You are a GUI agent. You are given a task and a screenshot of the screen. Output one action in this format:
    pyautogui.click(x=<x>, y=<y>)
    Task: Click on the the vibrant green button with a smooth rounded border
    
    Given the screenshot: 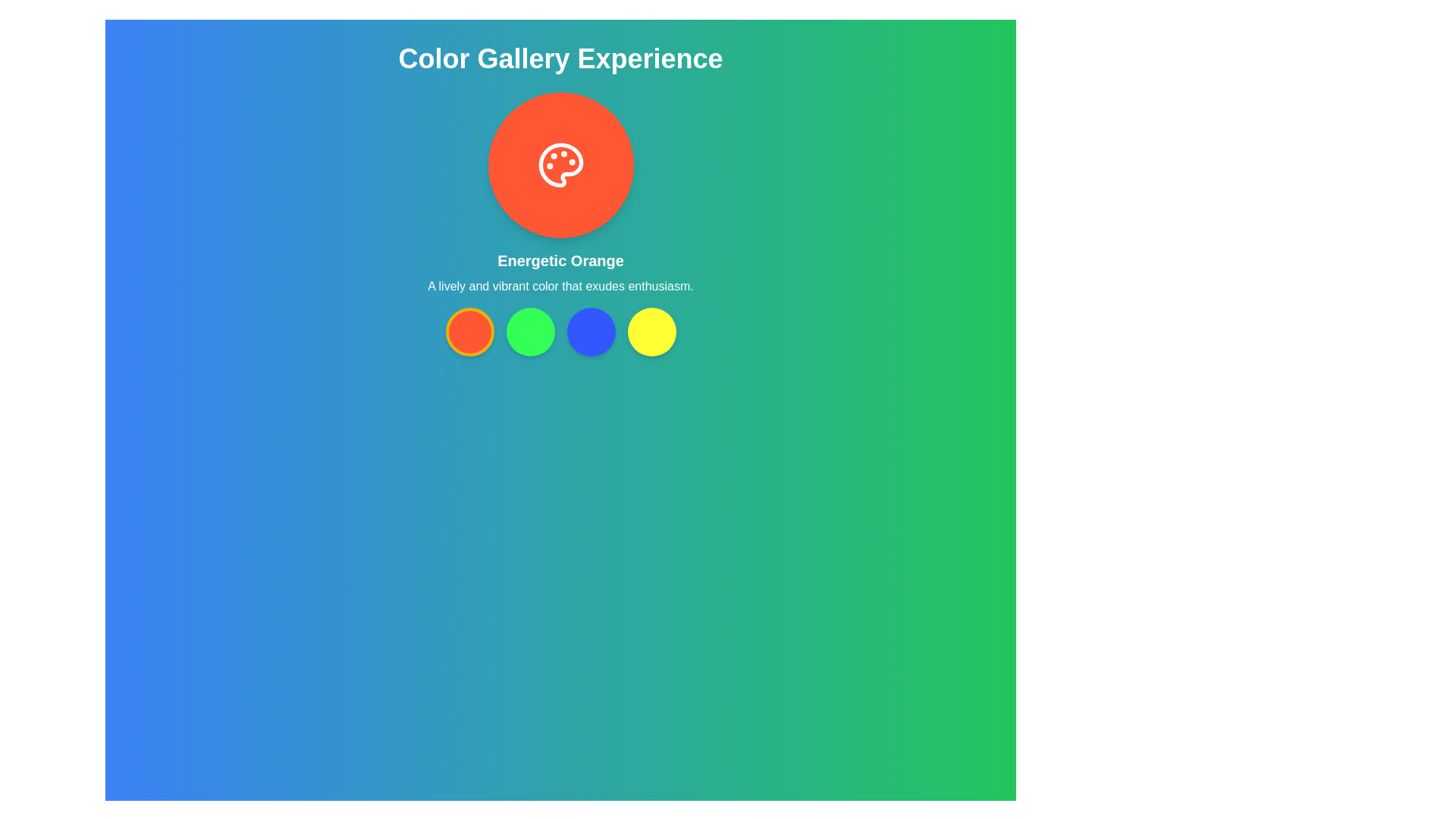 What is the action you would take?
    pyautogui.click(x=530, y=331)
    